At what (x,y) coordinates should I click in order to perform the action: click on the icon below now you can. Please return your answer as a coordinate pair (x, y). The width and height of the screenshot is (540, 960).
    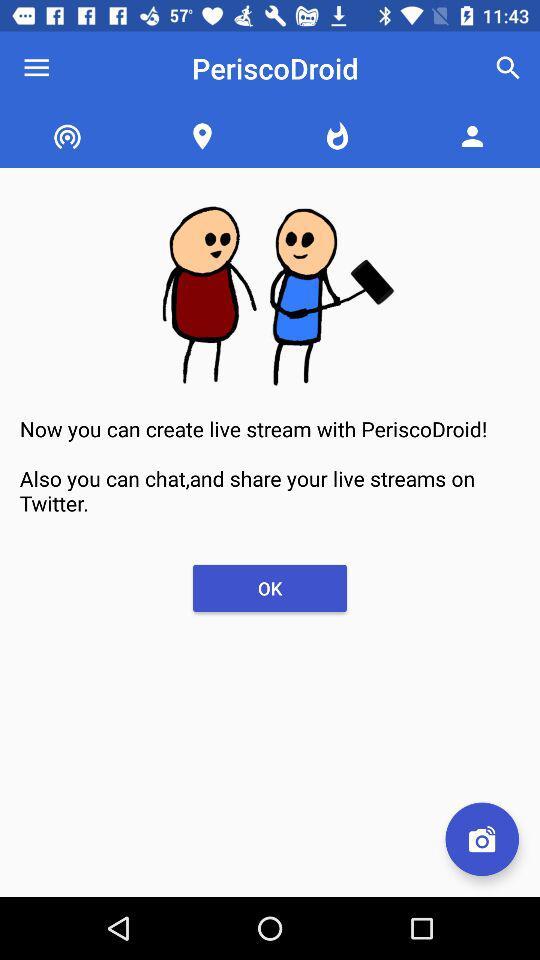
    Looking at the image, I should click on (481, 839).